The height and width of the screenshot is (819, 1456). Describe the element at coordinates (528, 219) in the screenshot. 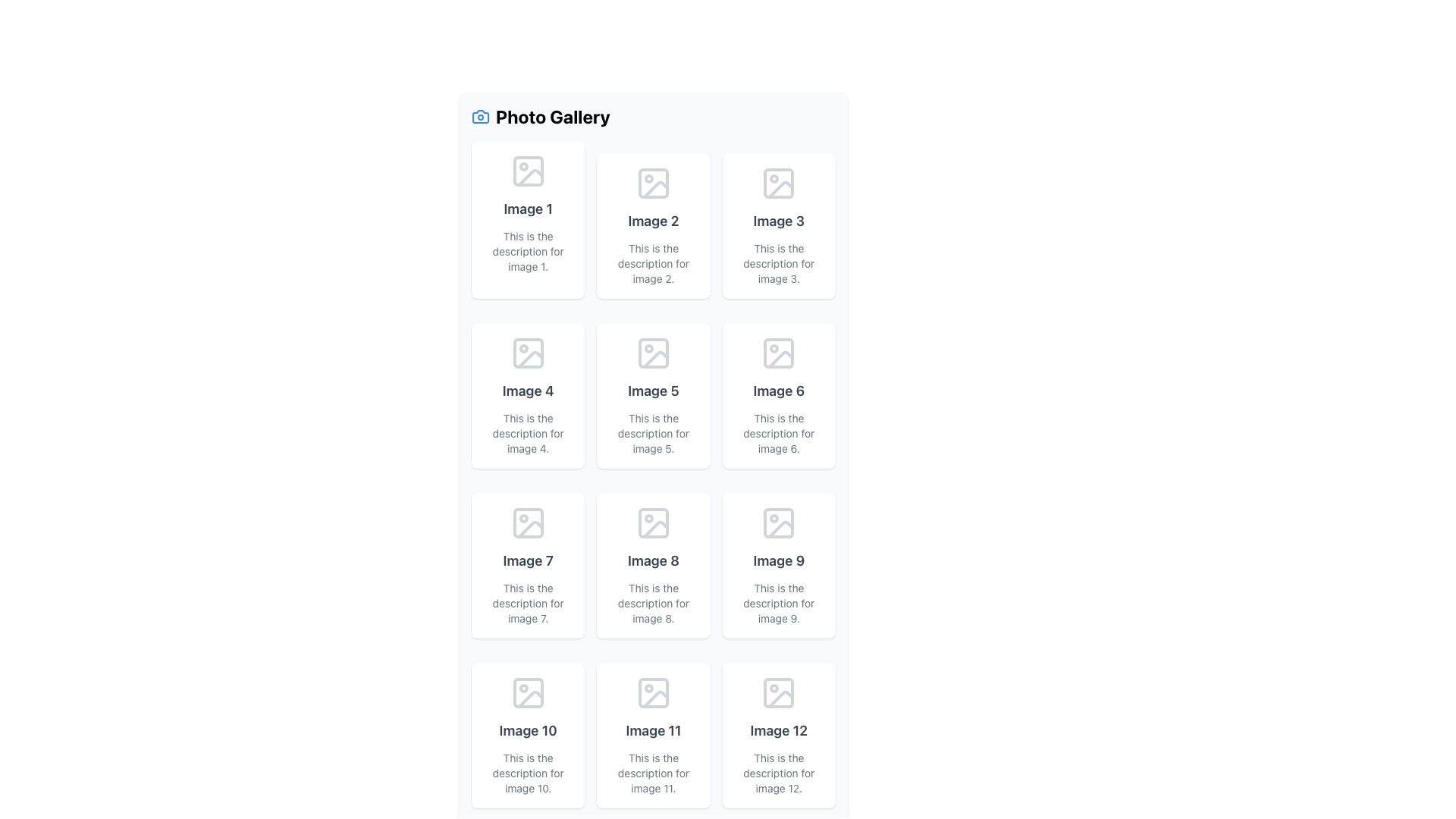

I see `text content of the first Content card in the top-left corner of the grid, which displays the label 'Image 1' and the description 'This is the description for image 1.'` at that location.